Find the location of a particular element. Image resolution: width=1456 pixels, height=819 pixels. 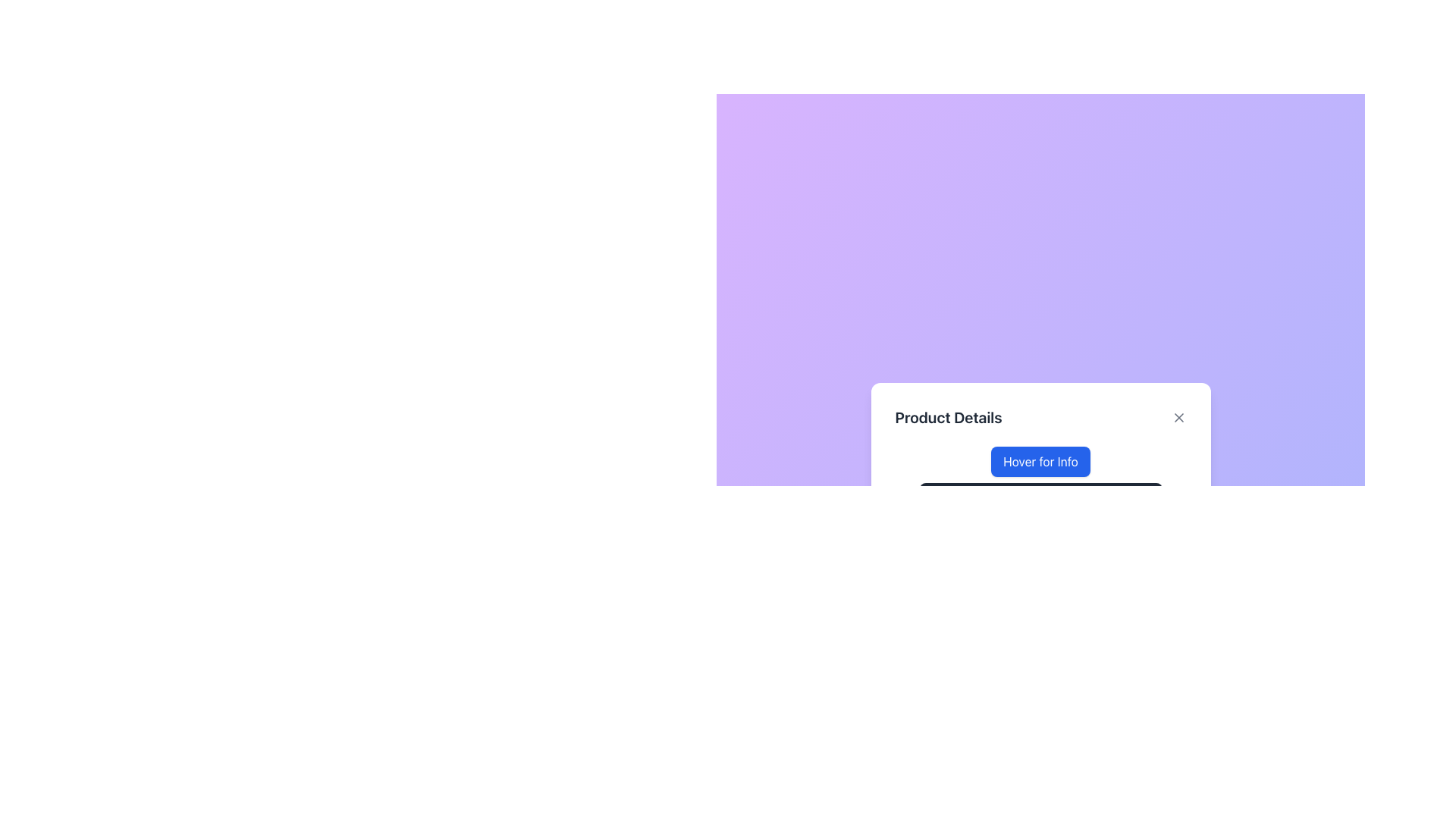

the 'Hover for Info' button, which has a blue background and white text, located within the 'Product Details' card is located at coordinates (1040, 461).